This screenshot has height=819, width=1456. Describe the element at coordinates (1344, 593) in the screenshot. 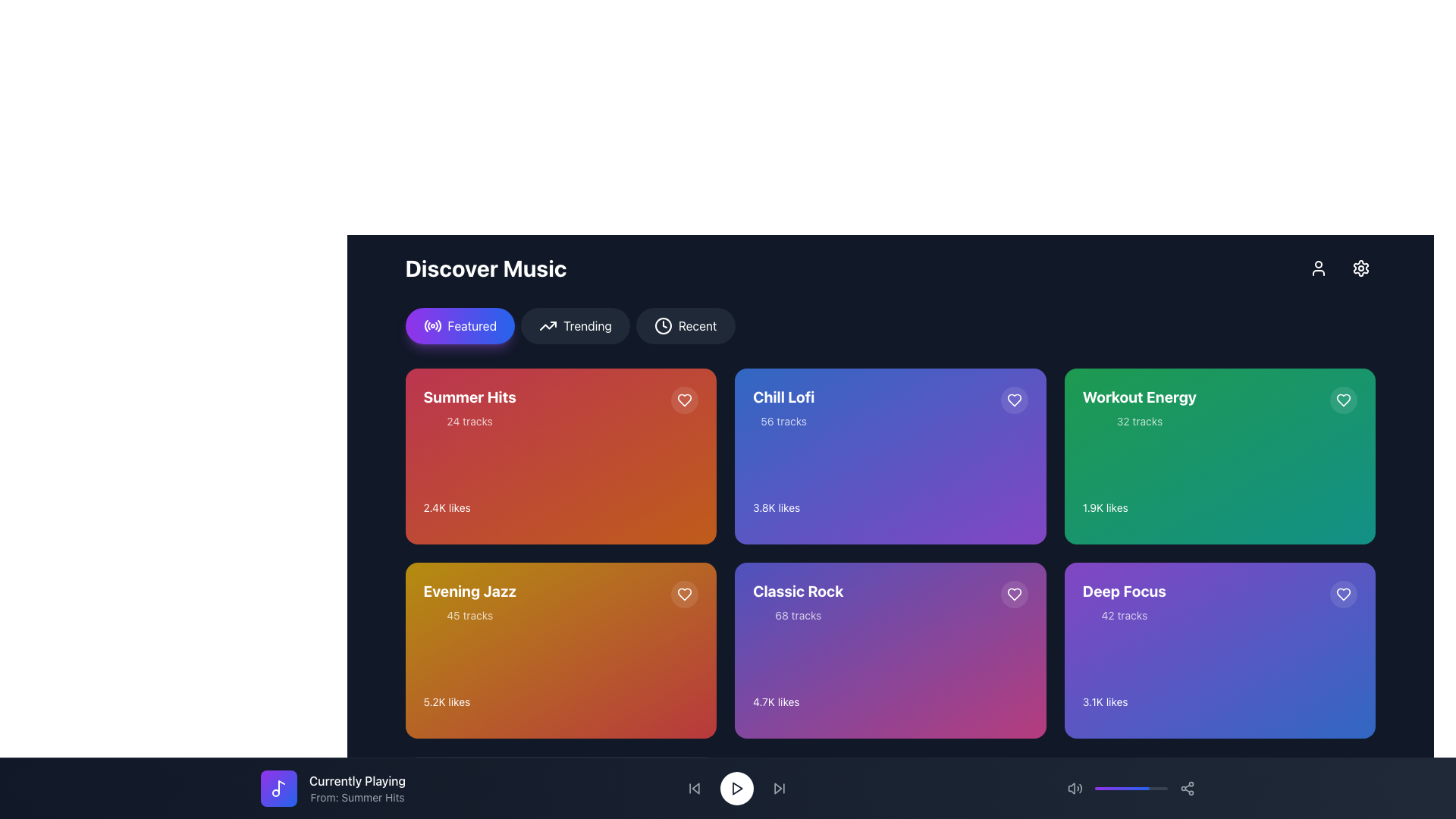

I see `the heart icon located at the bottom-right corner of the 'Deep Focus' content card` at that location.